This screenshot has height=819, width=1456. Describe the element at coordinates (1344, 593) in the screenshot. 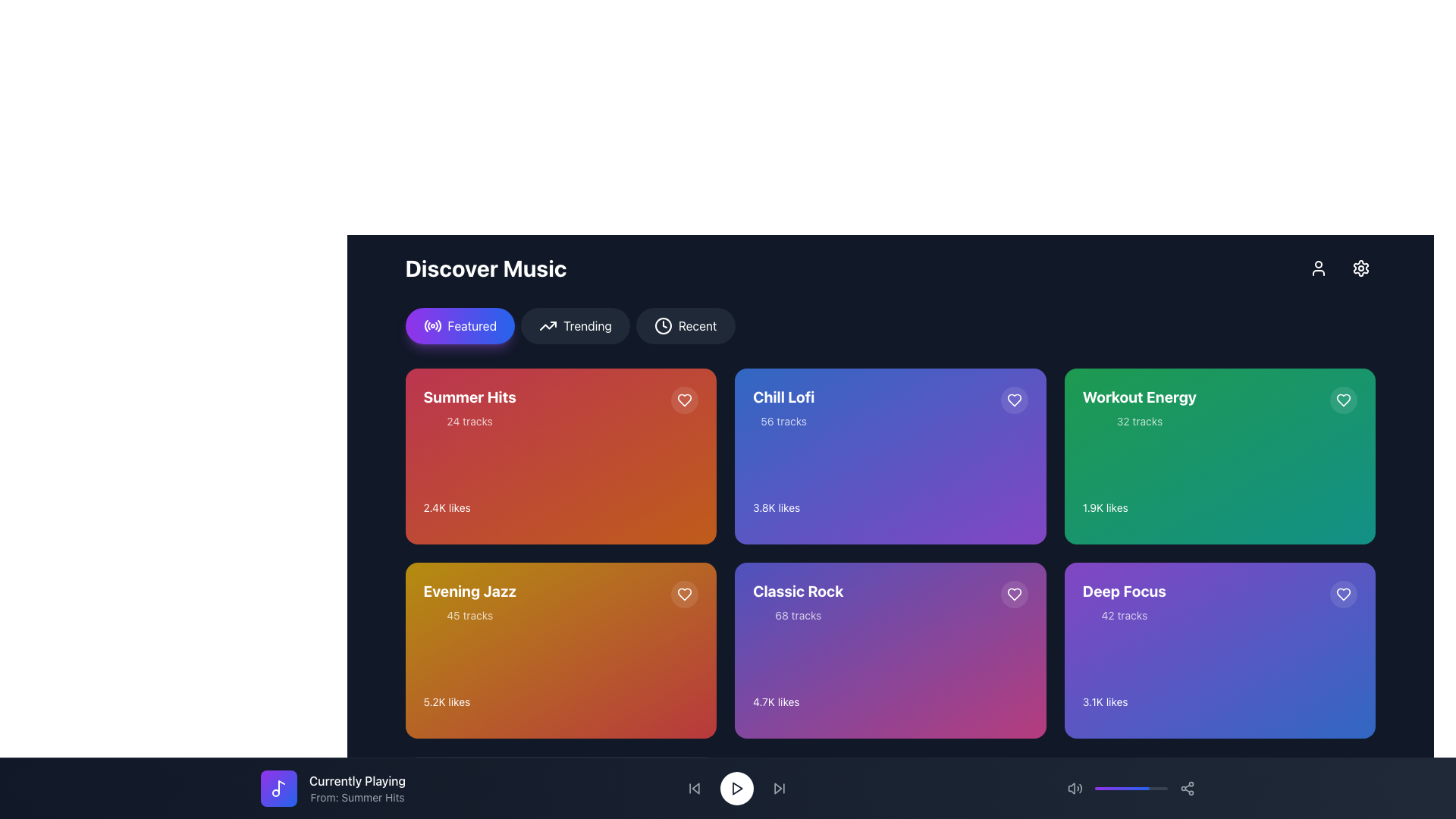

I see `the heart icon located at the bottom-right corner of the 'Deep Focus' content card` at that location.